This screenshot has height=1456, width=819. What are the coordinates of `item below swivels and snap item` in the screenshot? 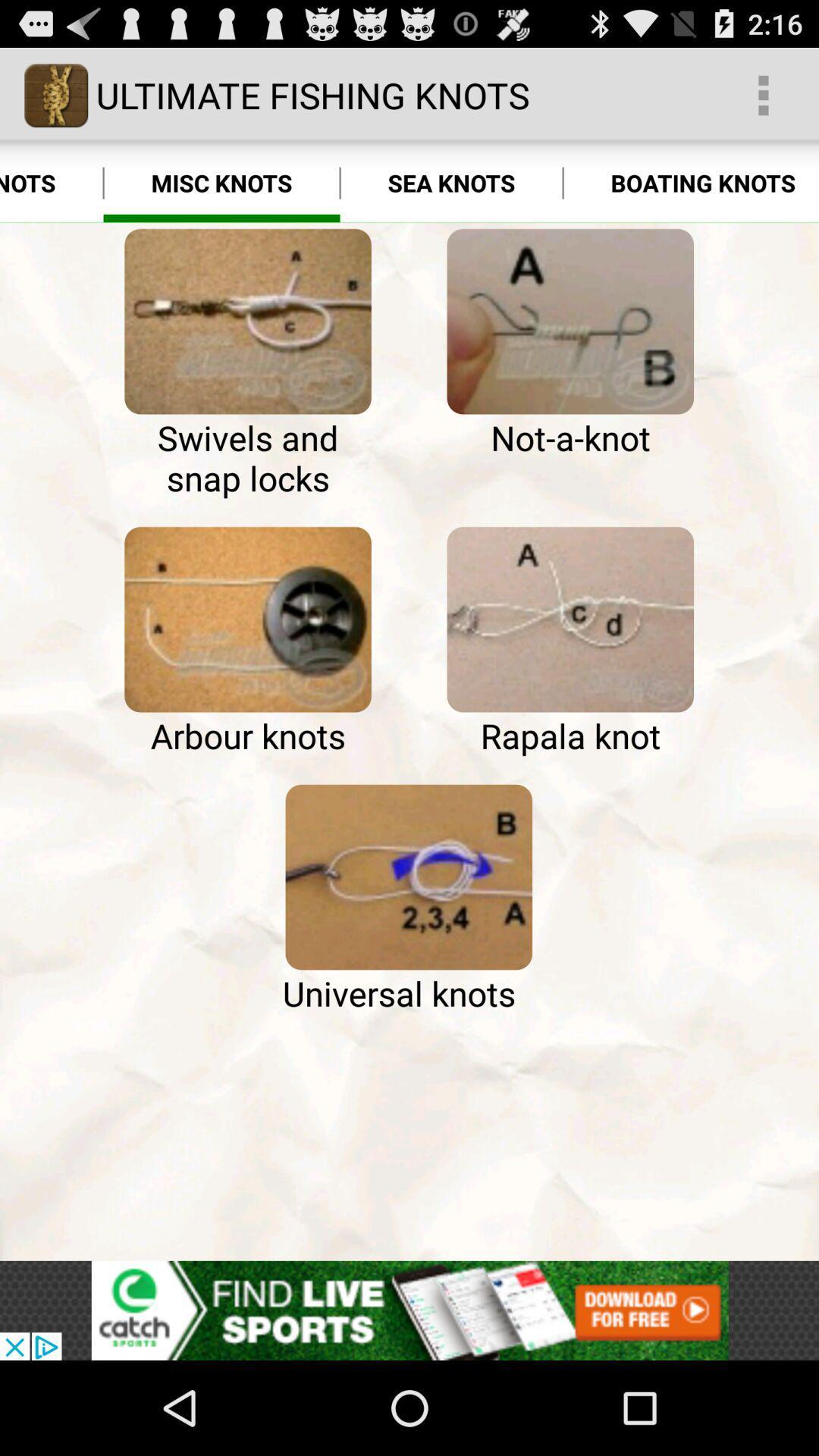 It's located at (247, 620).